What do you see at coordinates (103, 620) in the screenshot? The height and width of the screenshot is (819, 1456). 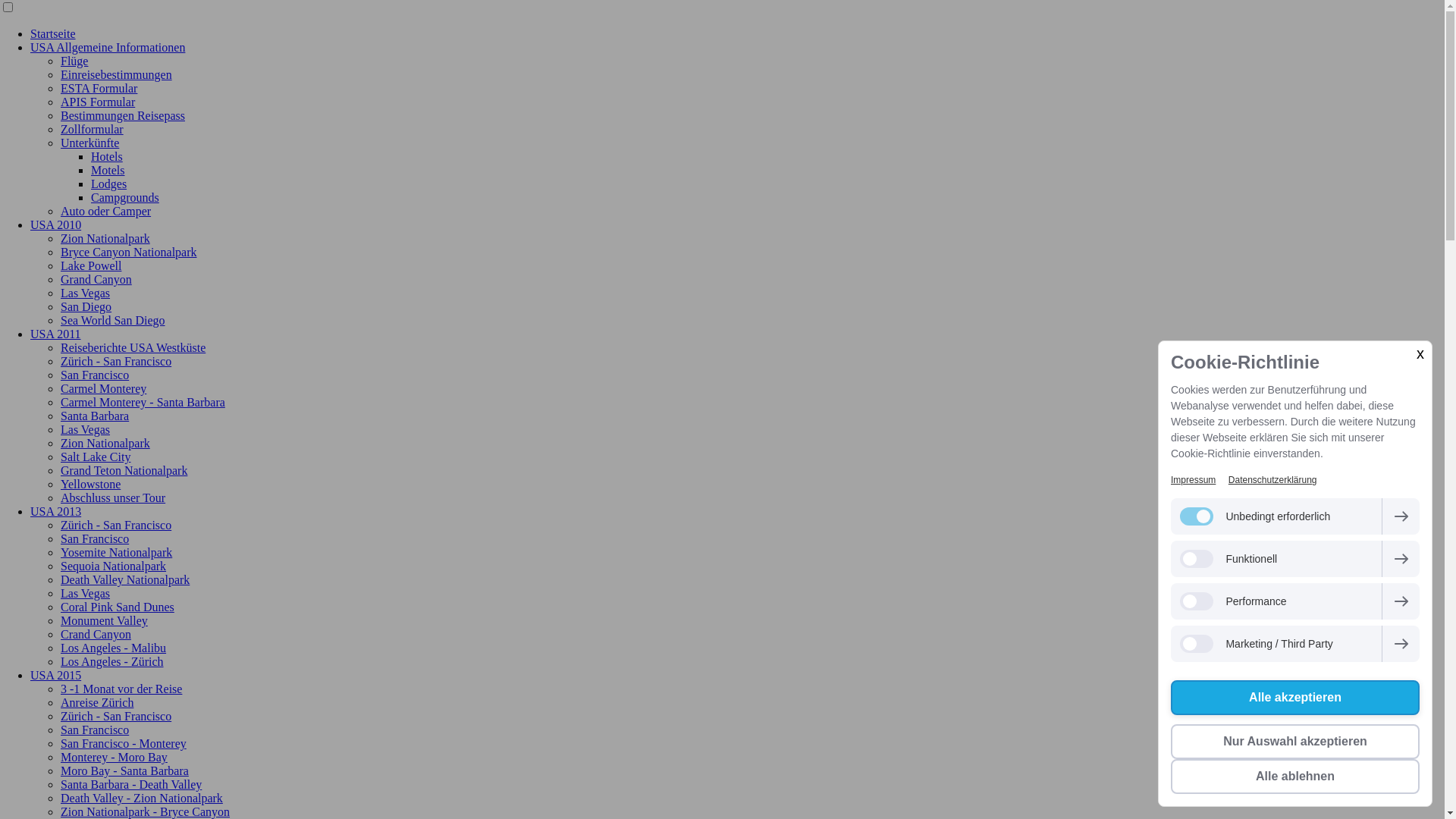 I see `'Monument Valley'` at bounding box center [103, 620].